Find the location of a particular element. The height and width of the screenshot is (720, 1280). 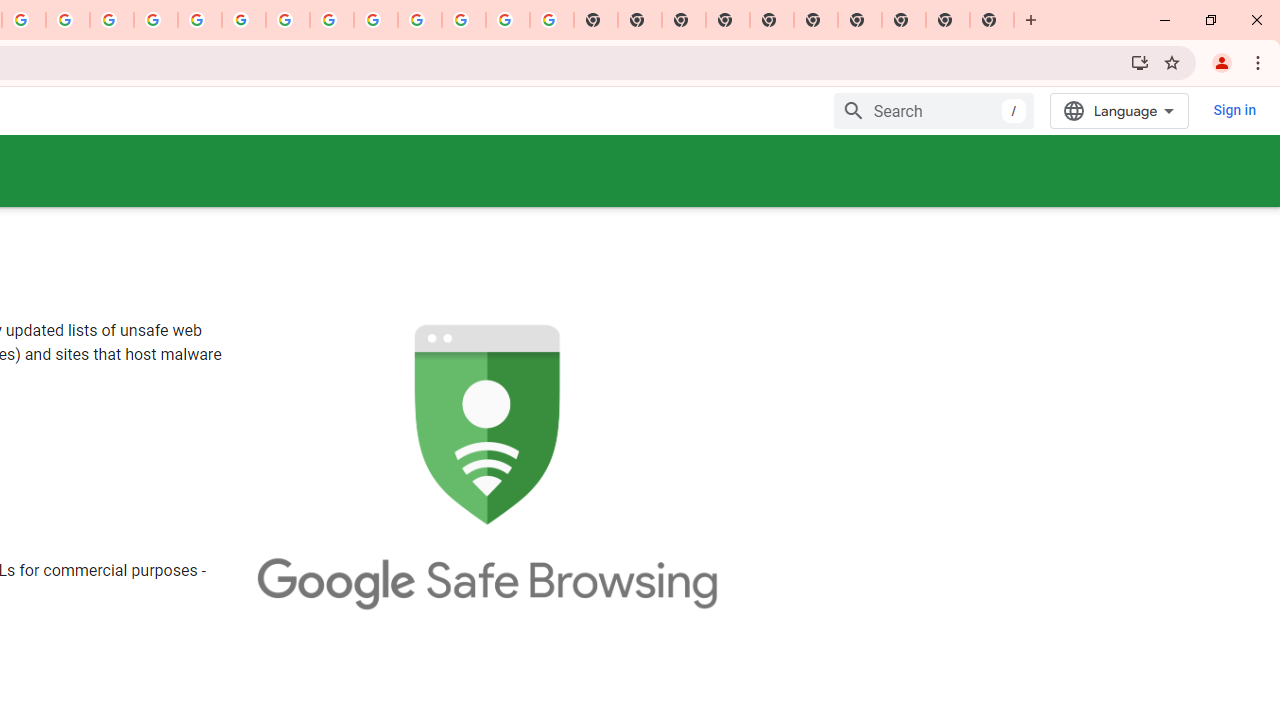

'Google Images' is located at coordinates (551, 20).